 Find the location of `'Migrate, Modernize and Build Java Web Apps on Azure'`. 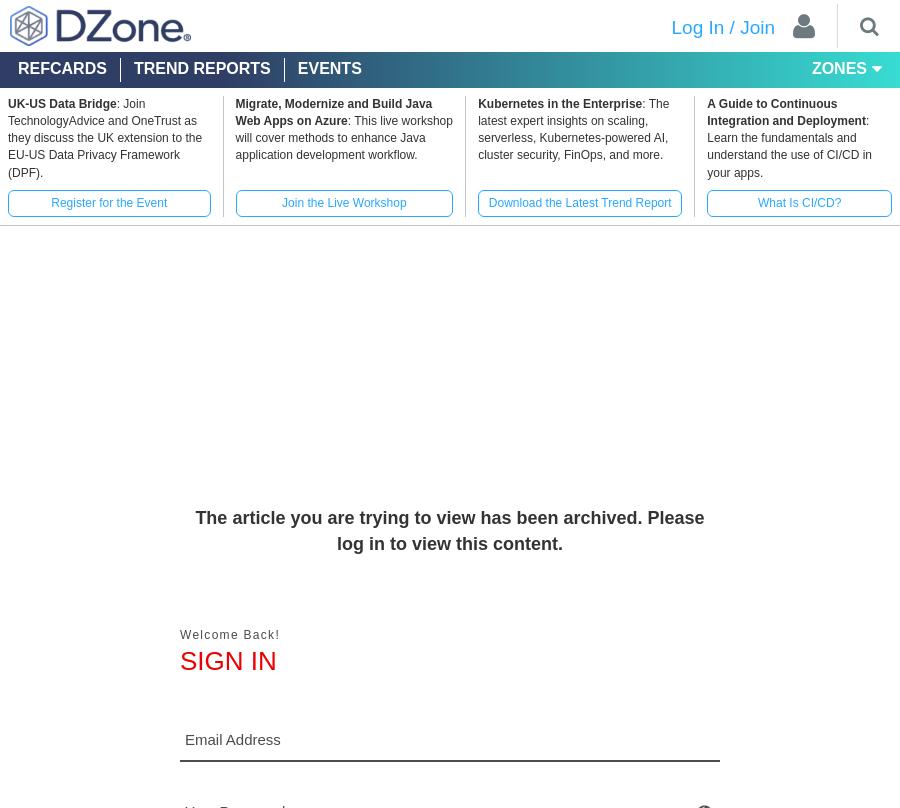

'Migrate, Modernize and Build Java Web Apps on Azure' is located at coordinates (233, 111).